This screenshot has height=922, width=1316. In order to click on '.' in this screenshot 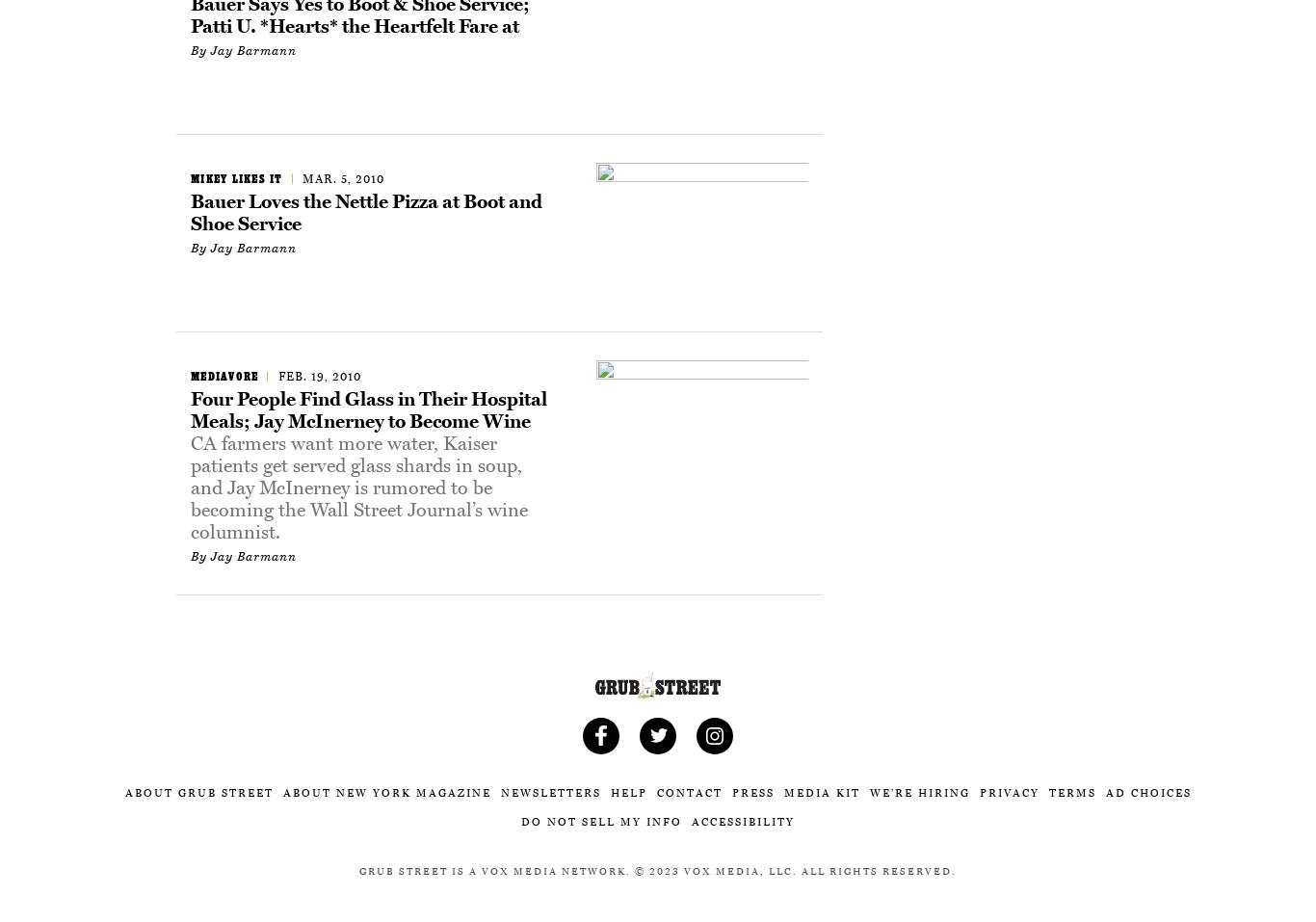, I will do `click(624, 872)`.